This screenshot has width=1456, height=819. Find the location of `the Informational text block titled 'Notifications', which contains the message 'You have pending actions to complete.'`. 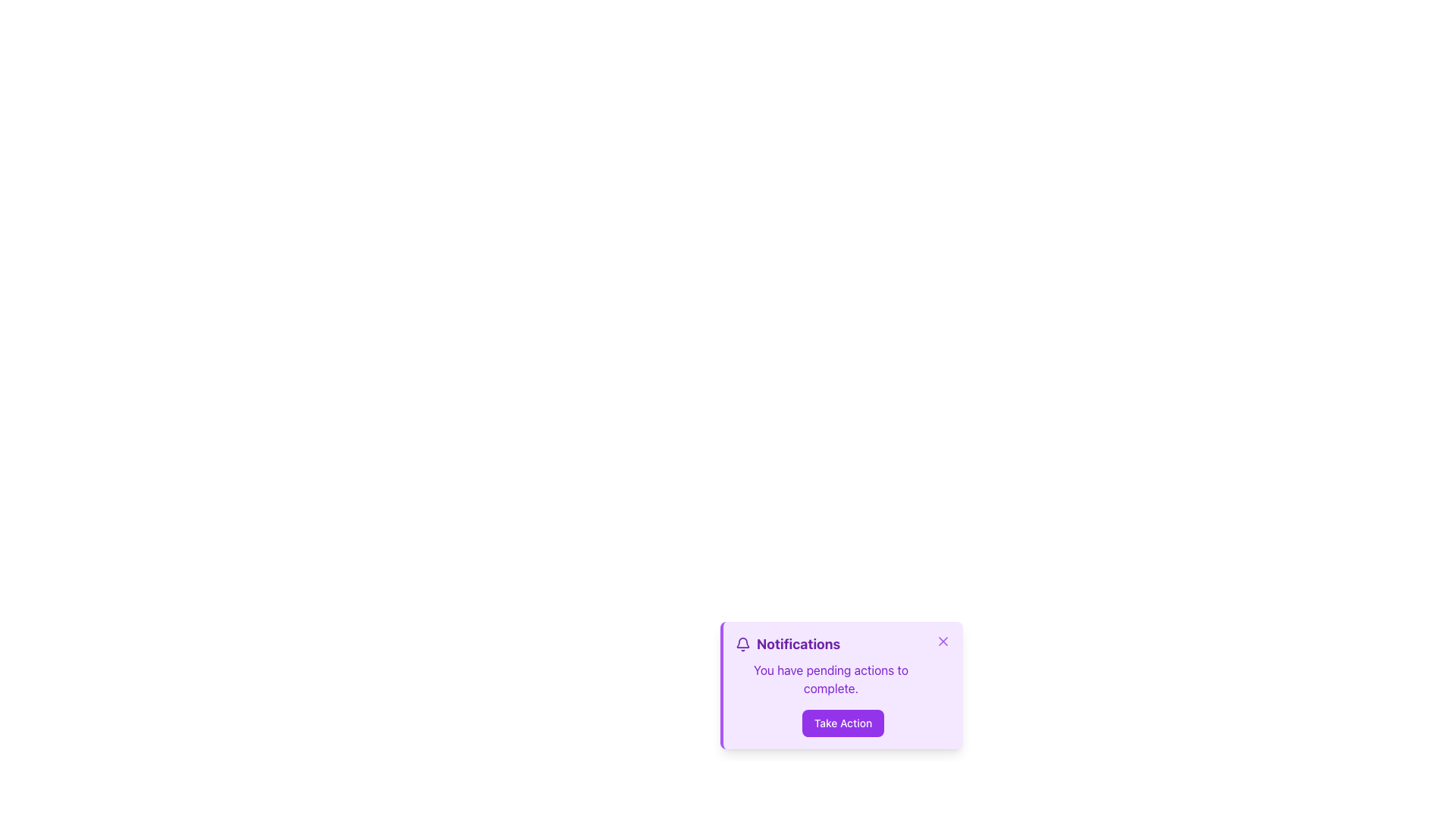

the Informational text block titled 'Notifications', which contains the message 'You have pending actions to complete.' is located at coordinates (835, 665).